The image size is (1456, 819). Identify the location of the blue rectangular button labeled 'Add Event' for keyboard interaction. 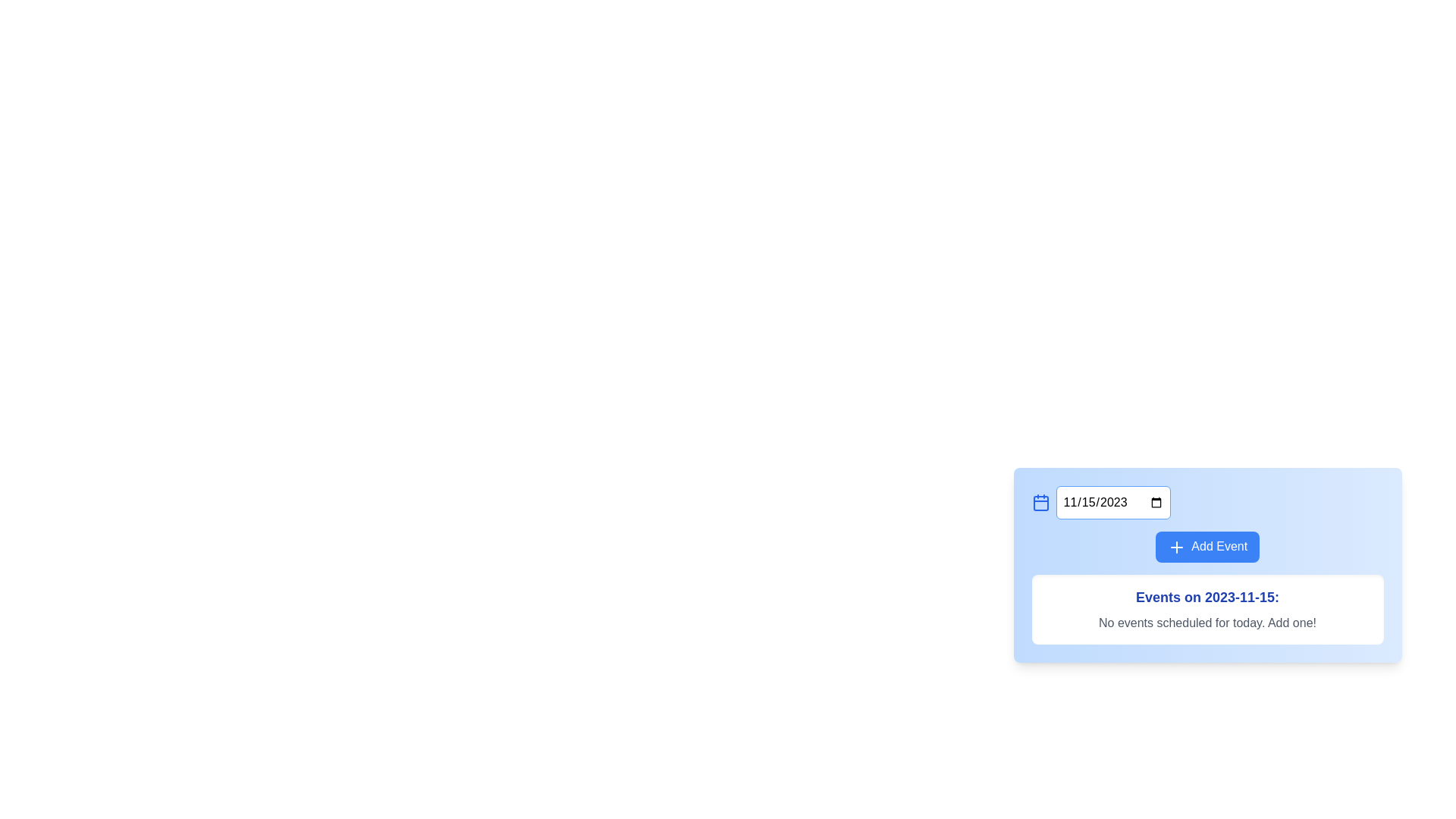
(1207, 547).